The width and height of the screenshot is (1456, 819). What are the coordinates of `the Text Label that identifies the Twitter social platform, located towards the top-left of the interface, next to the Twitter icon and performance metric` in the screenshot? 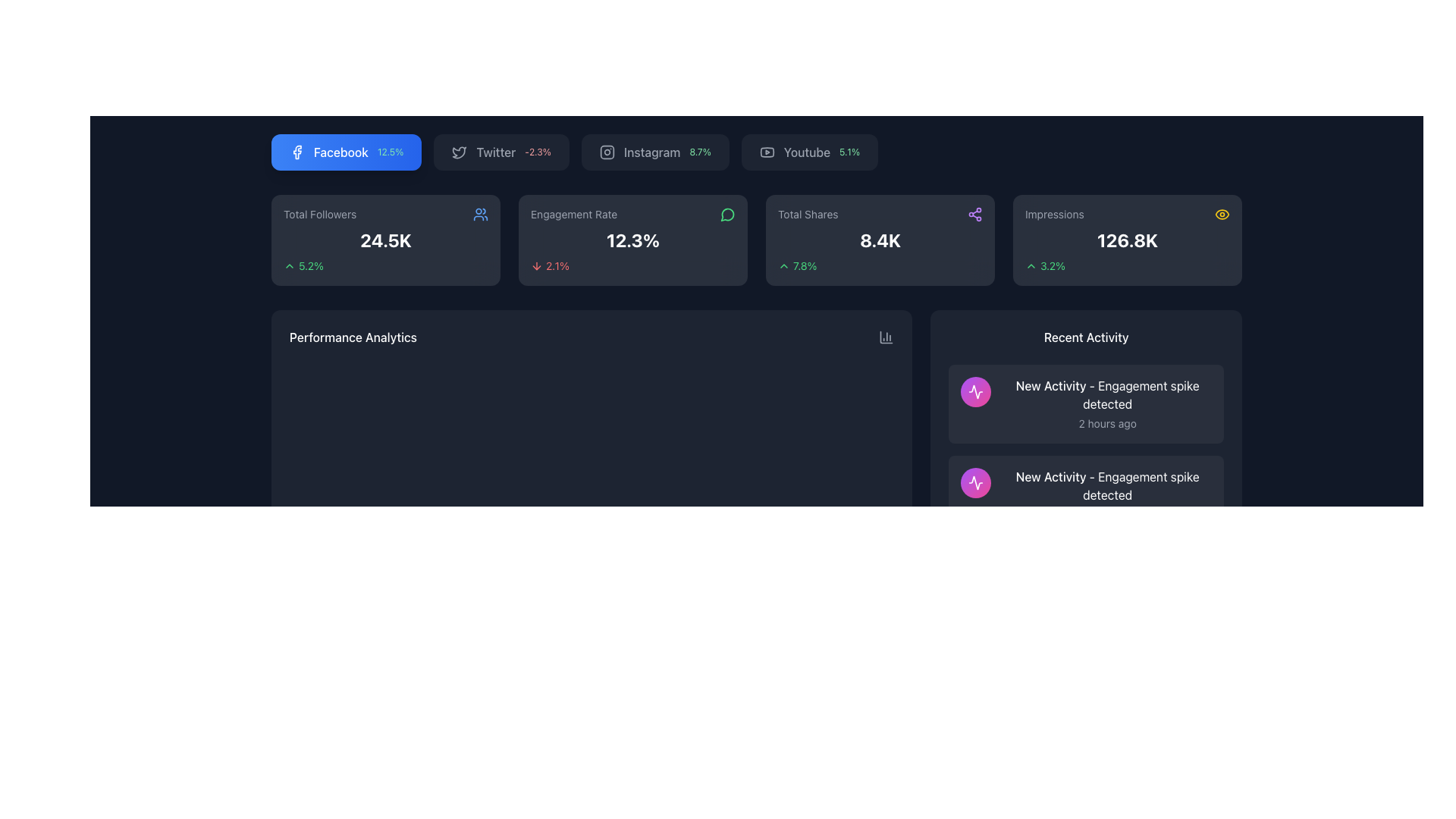 It's located at (496, 152).